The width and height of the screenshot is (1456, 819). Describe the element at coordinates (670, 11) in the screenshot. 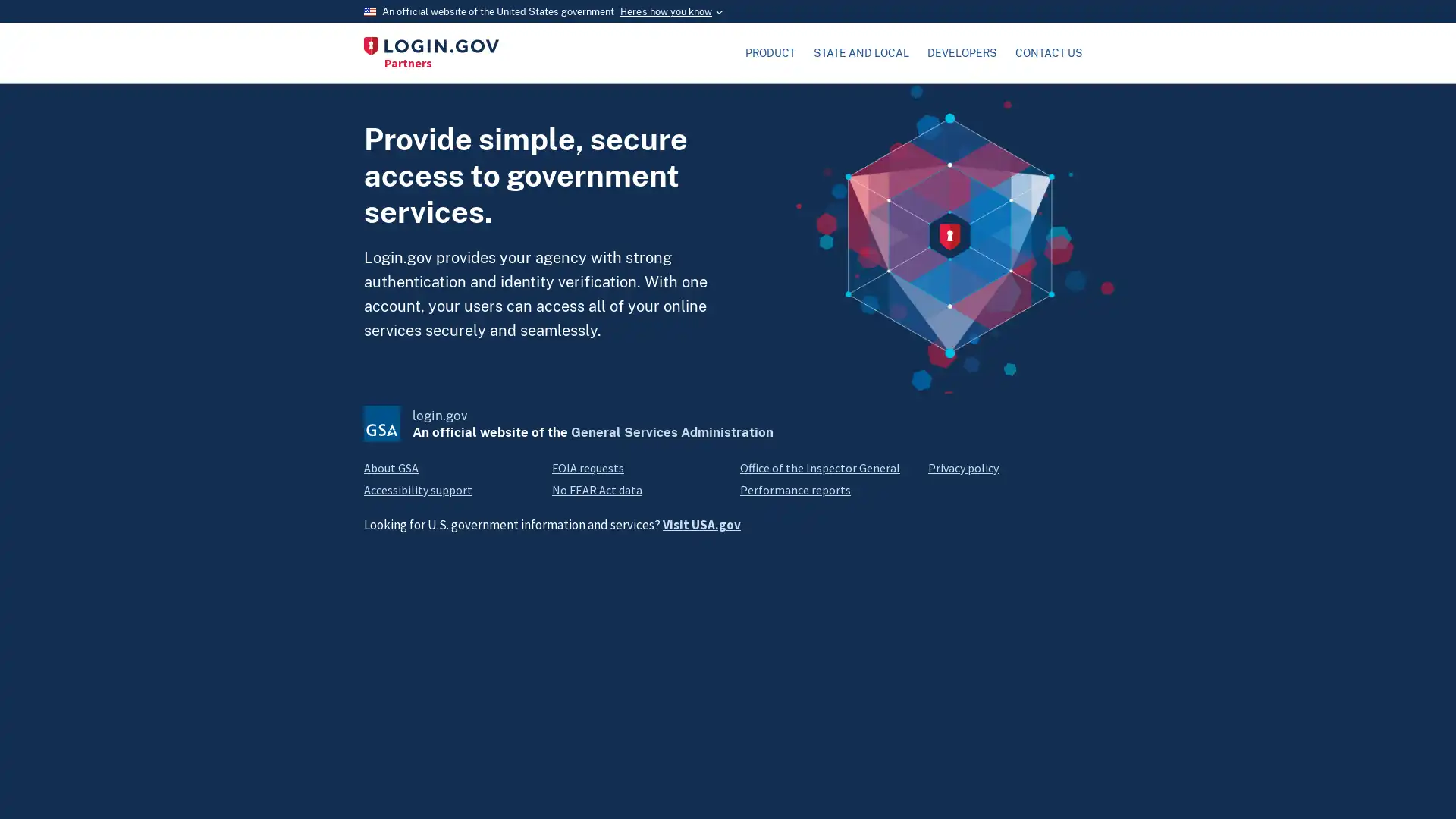

I see `Heres how you know` at that location.